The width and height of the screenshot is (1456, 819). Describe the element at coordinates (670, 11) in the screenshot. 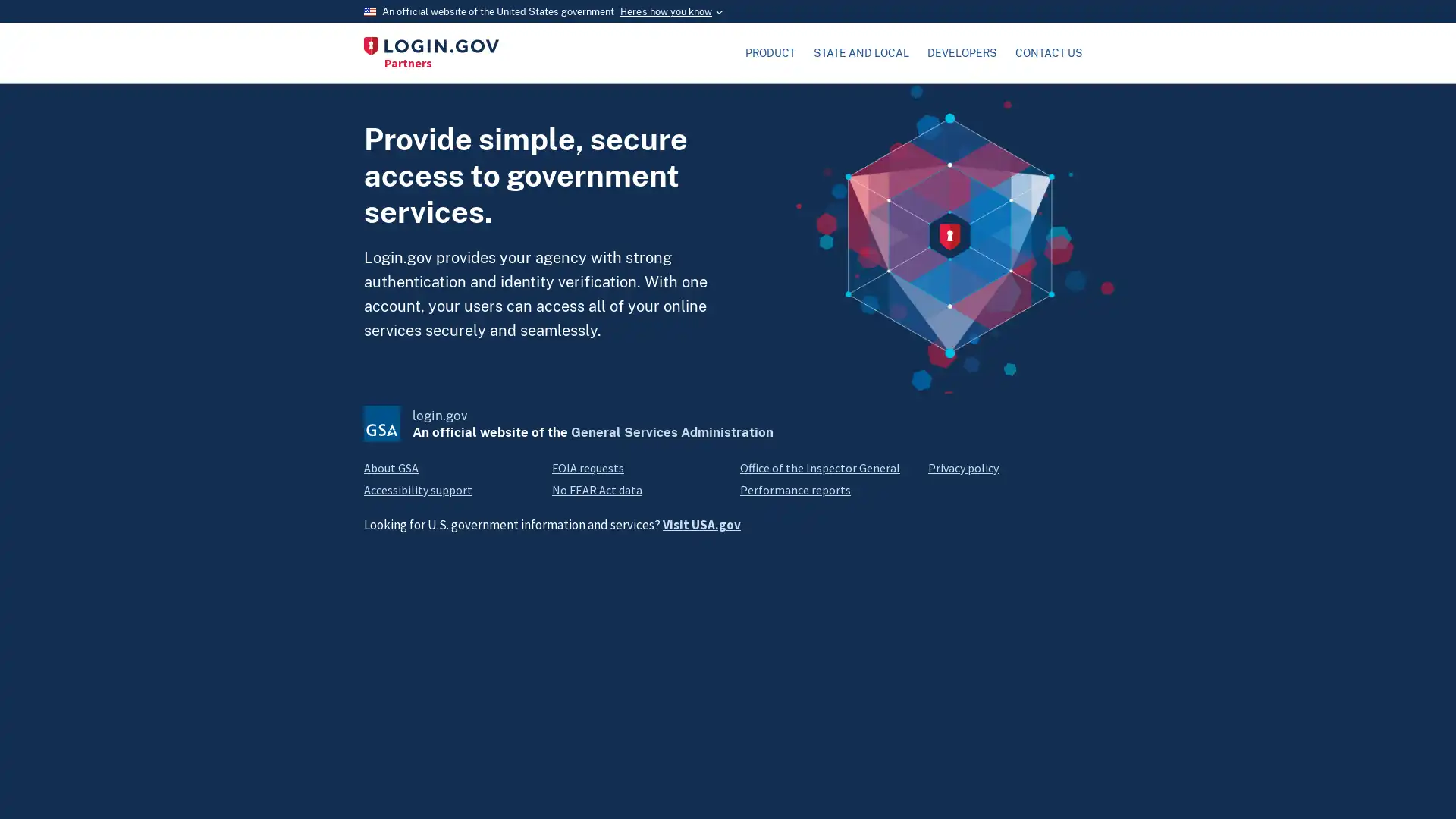

I see `Heres how you know` at that location.